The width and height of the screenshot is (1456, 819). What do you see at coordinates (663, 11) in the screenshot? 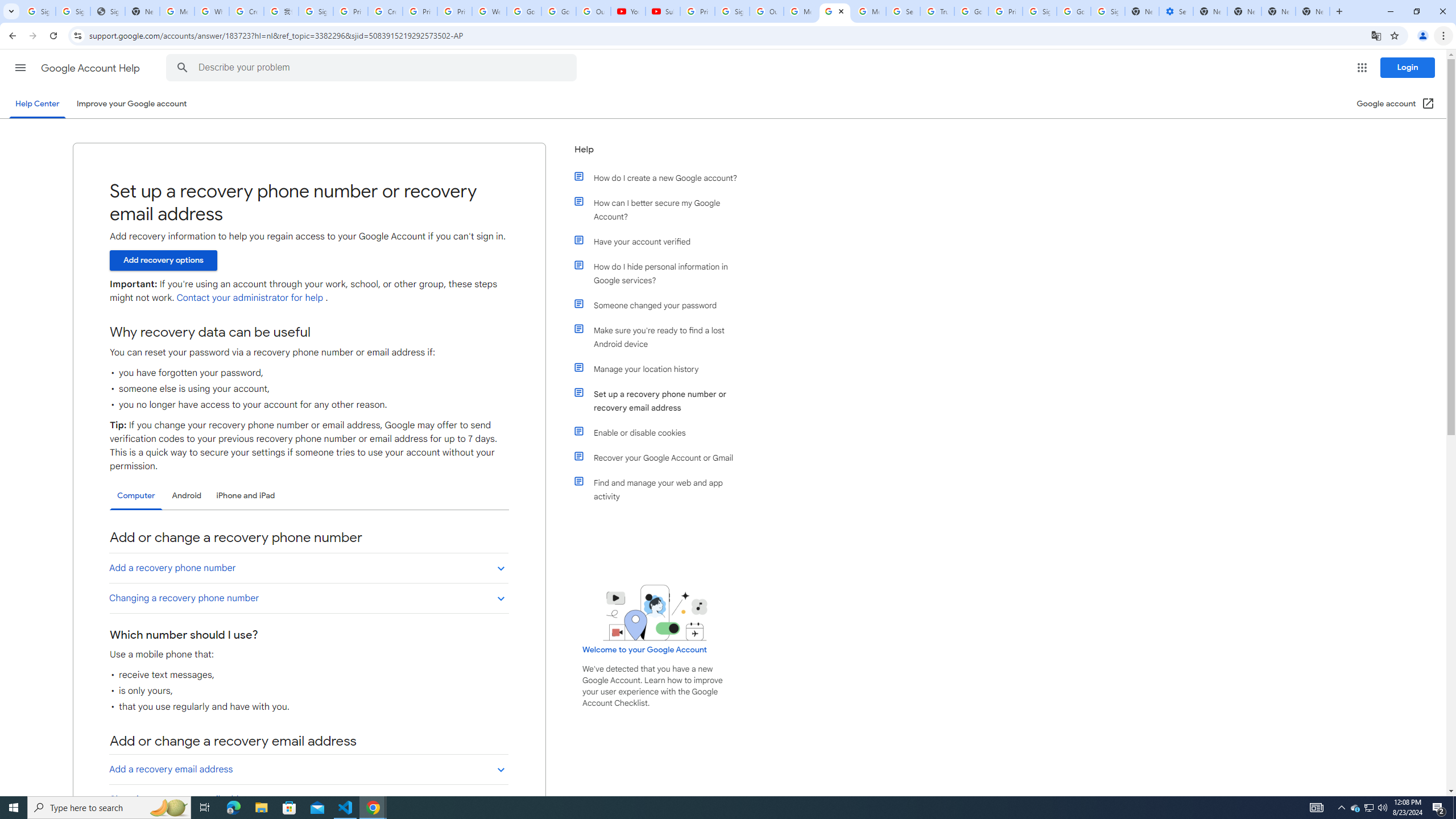
I see `'Subscriptions - YouTube'` at bounding box center [663, 11].